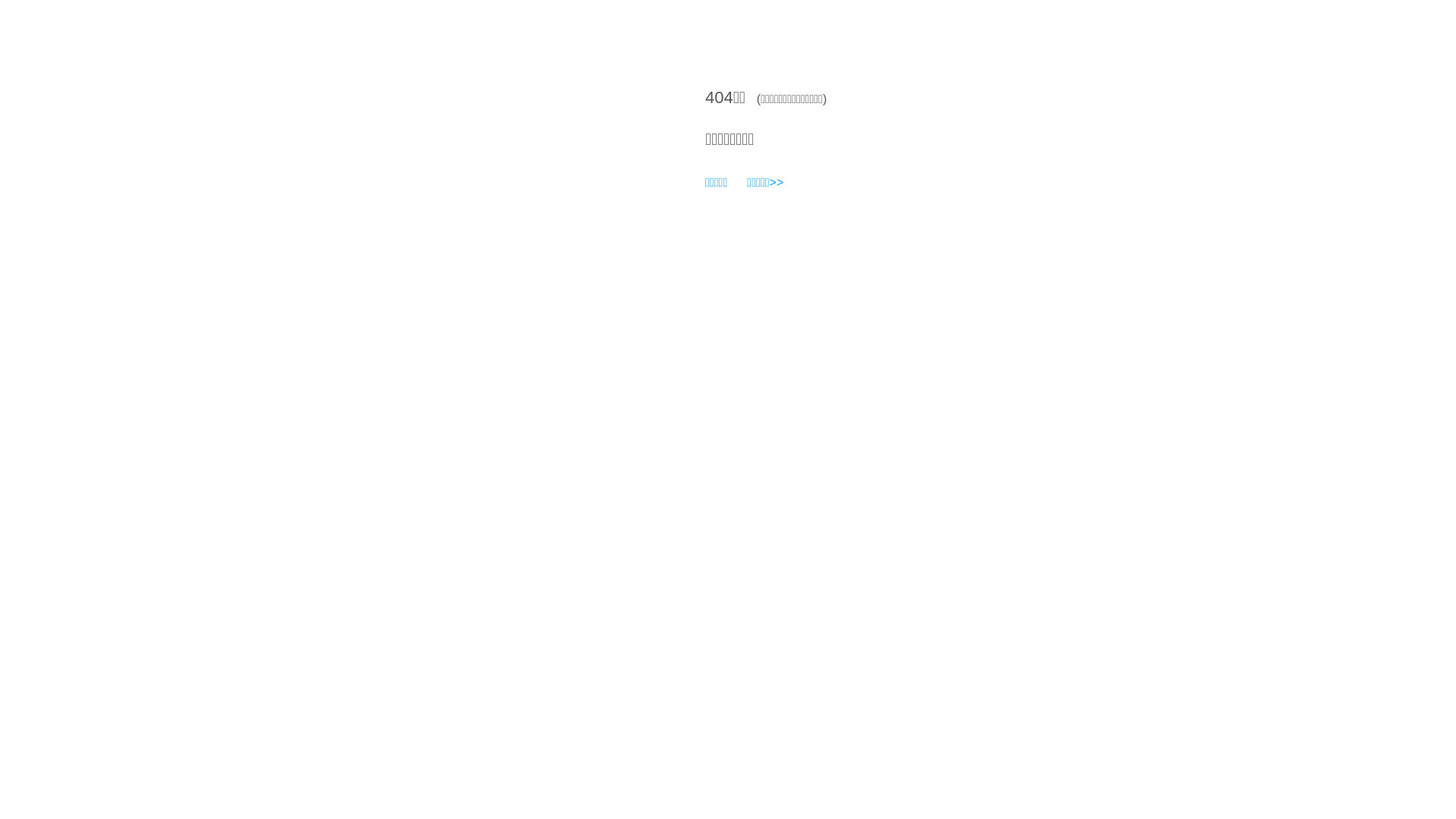  Describe the element at coordinates (718, 97) in the screenshot. I see `'404'` at that location.